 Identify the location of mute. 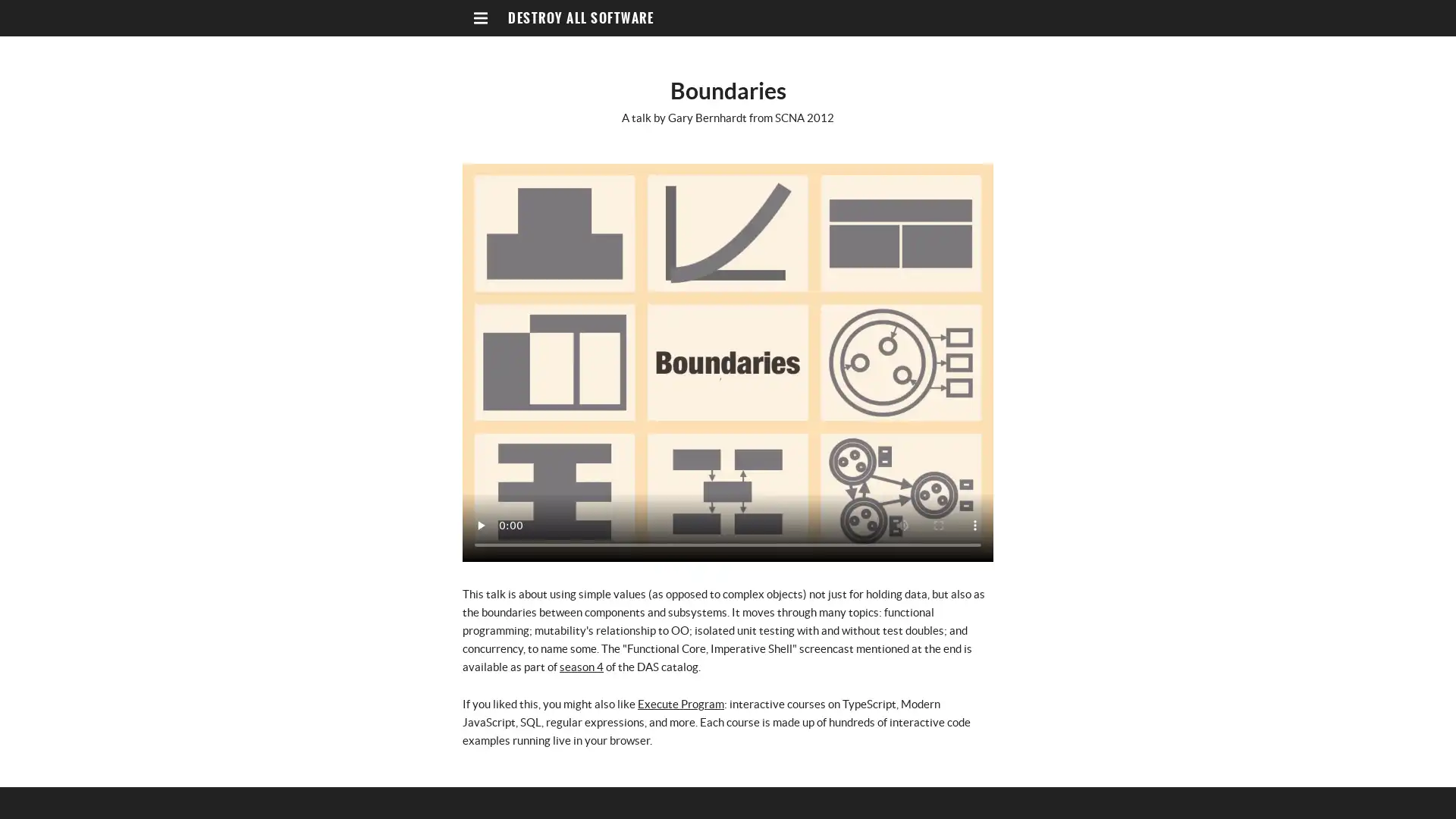
(902, 525).